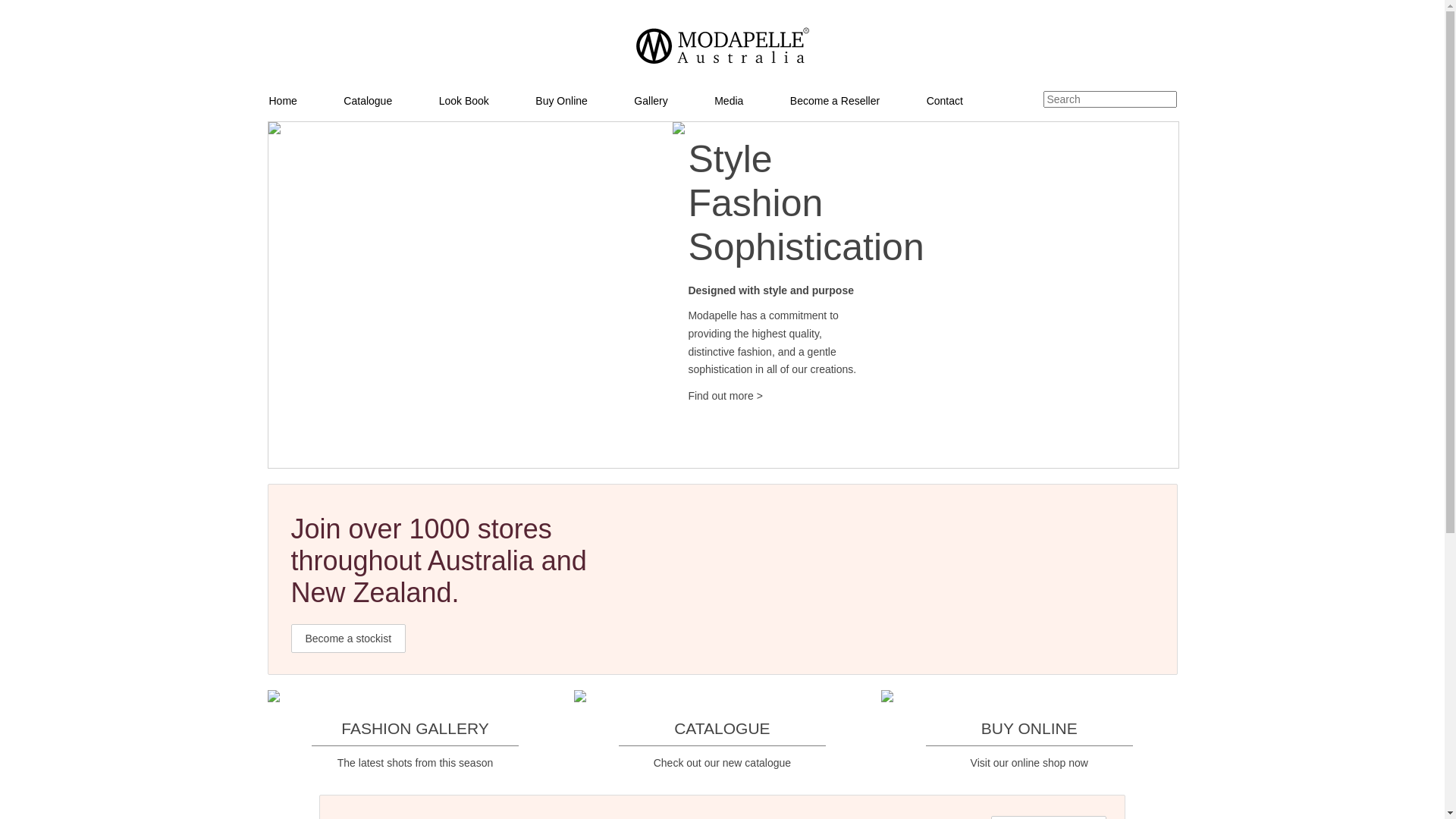 Image resolution: width=1456 pixels, height=819 pixels. I want to click on 'Contact', so click(967, 100).